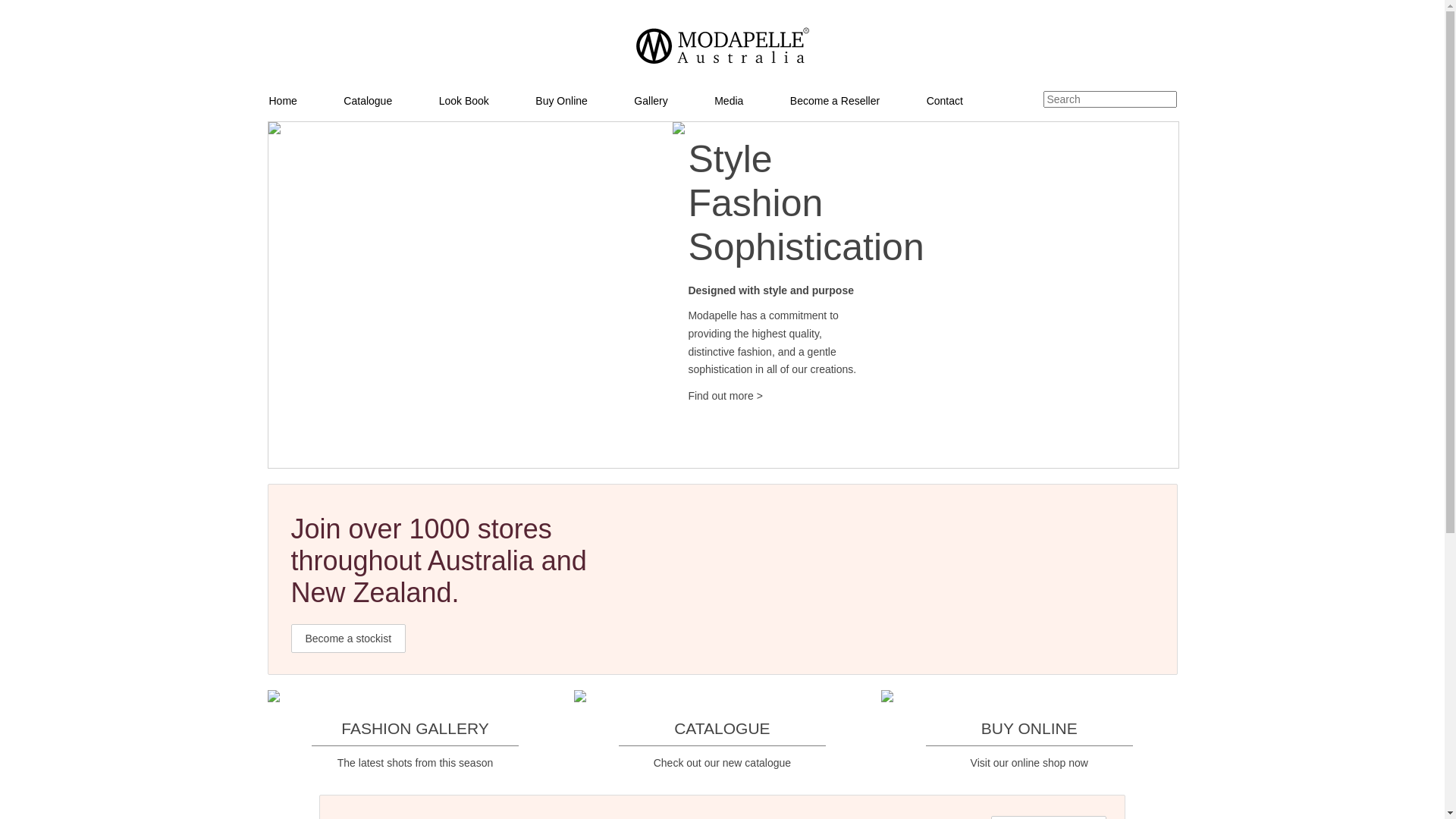 Image resolution: width=1456 pixels, height=819 pixels. I want to click on 'Contact', so click(967, 100).